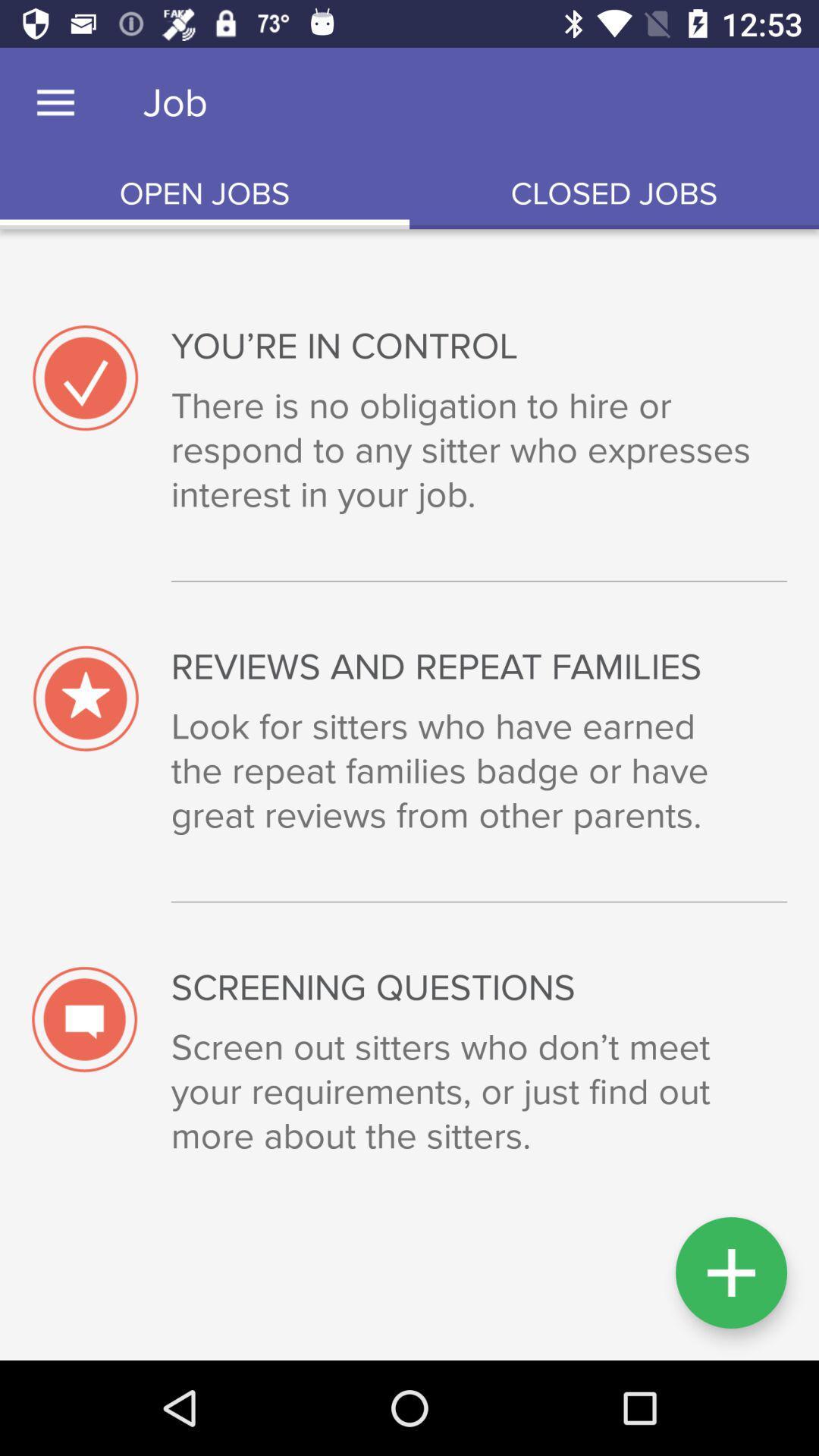 This screenshot has width=819, height=1456. What do you see at coordinates (730, 1272) in the screenshot?
I see `item below the screen out sitters` at bounding box center [730, 1272].